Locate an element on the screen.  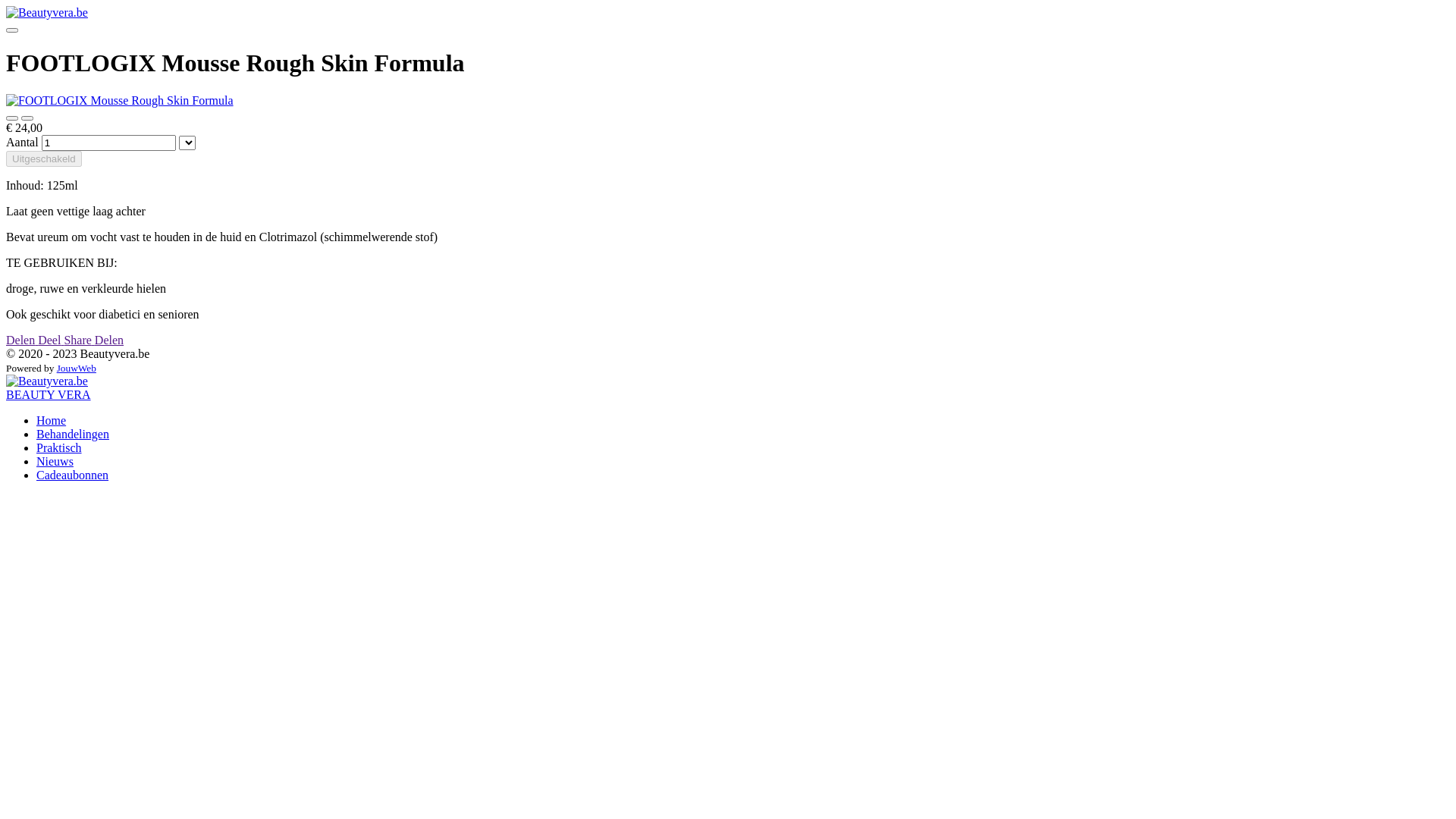
'JouwWeb' is located at coordinates (75, 368).